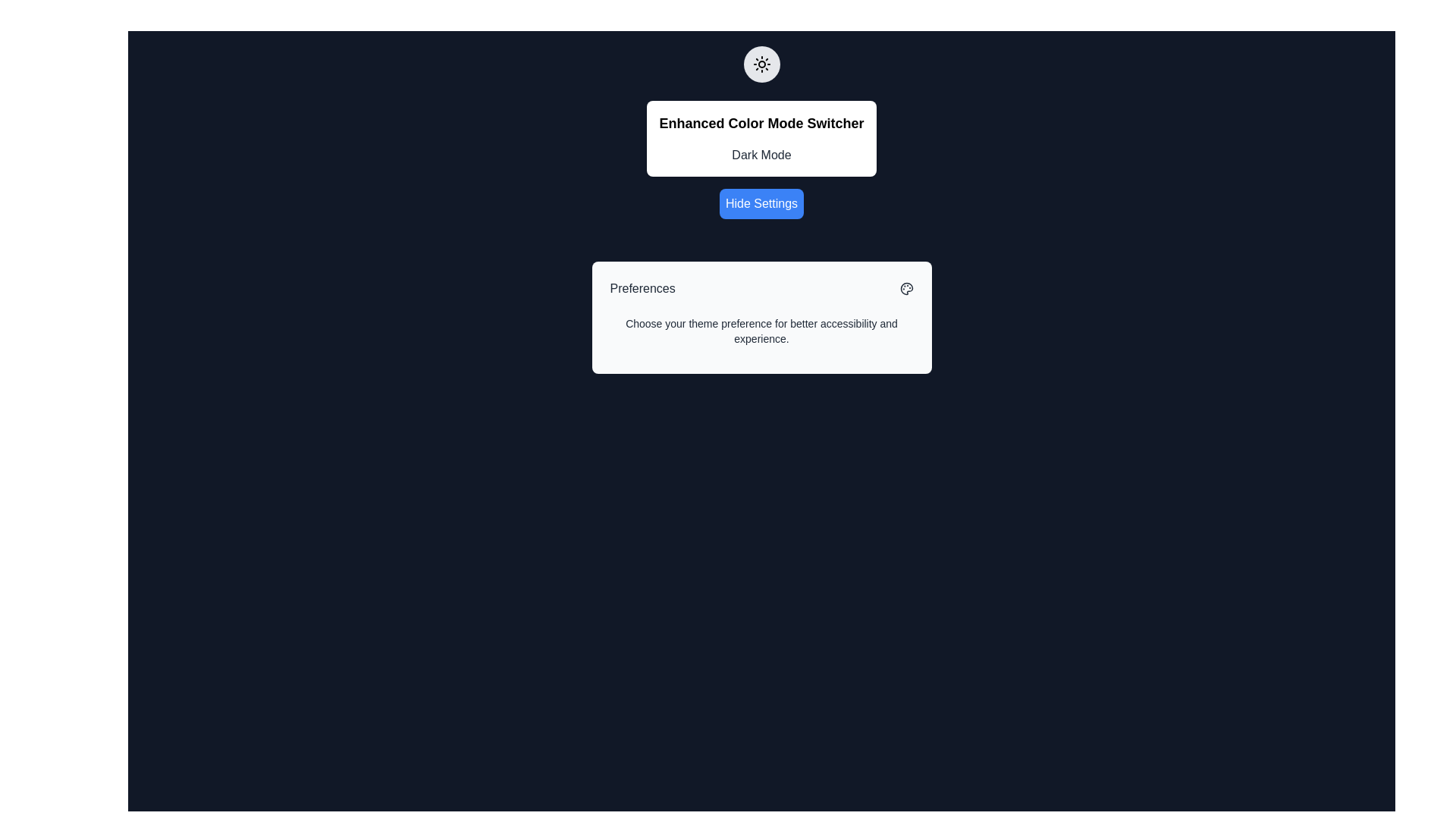 This screenshot has height=819, width=1456. Describe the element at coordinates (761, 203) in the screenshot. I see `the 'Hide Settings' button, which is styled with white text on a blue background and is positioned below the 'Enhanced Color Mode Switcher' section` at that location.